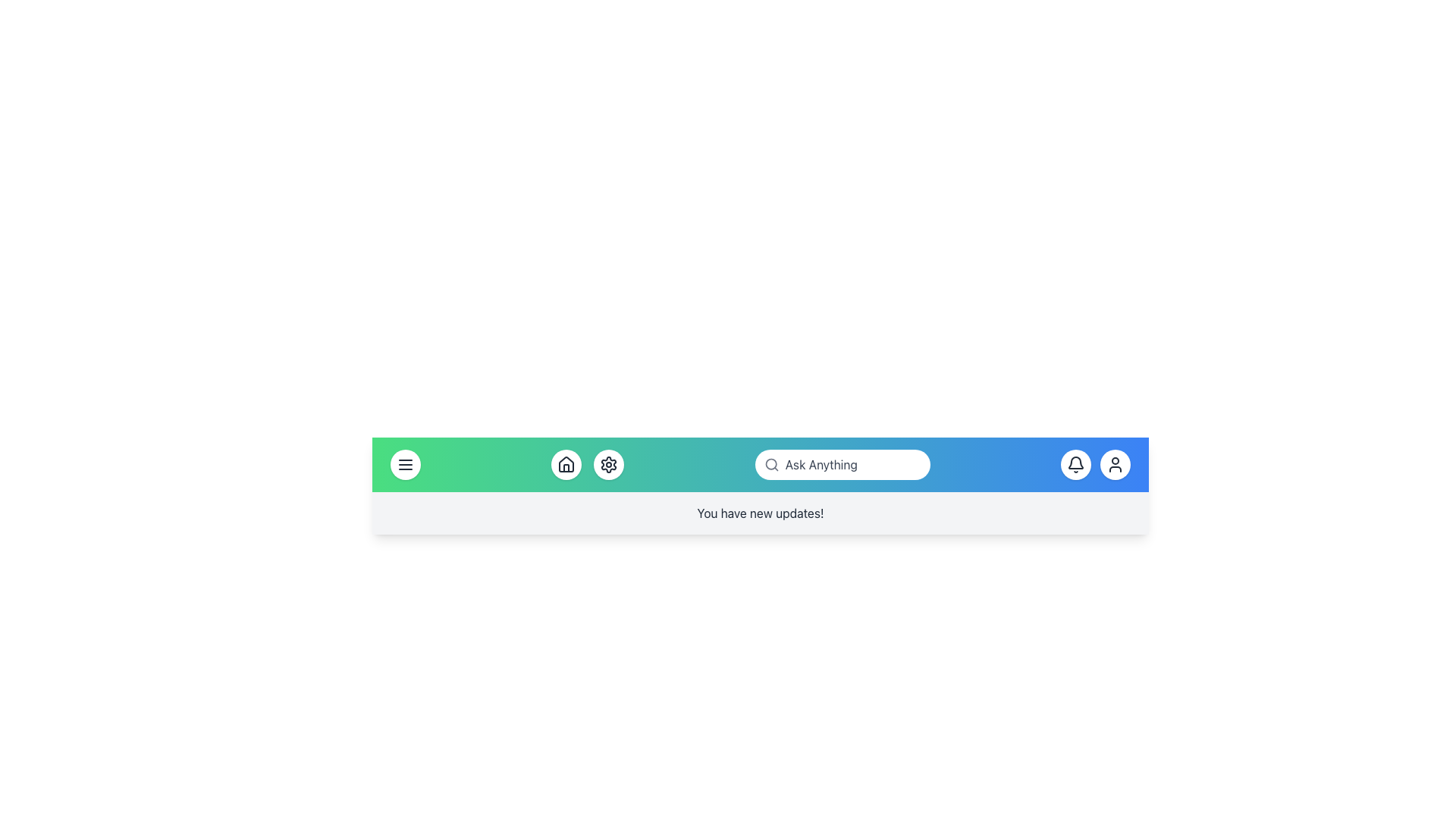  What do you see at coordinates (761, 513) in the screenshot?
I see `the text label that says 'You have new updates!', which is styled in bold and positioned at the bottom of the header section, centered below the main navigation bar` at bounding box center [761, 513].